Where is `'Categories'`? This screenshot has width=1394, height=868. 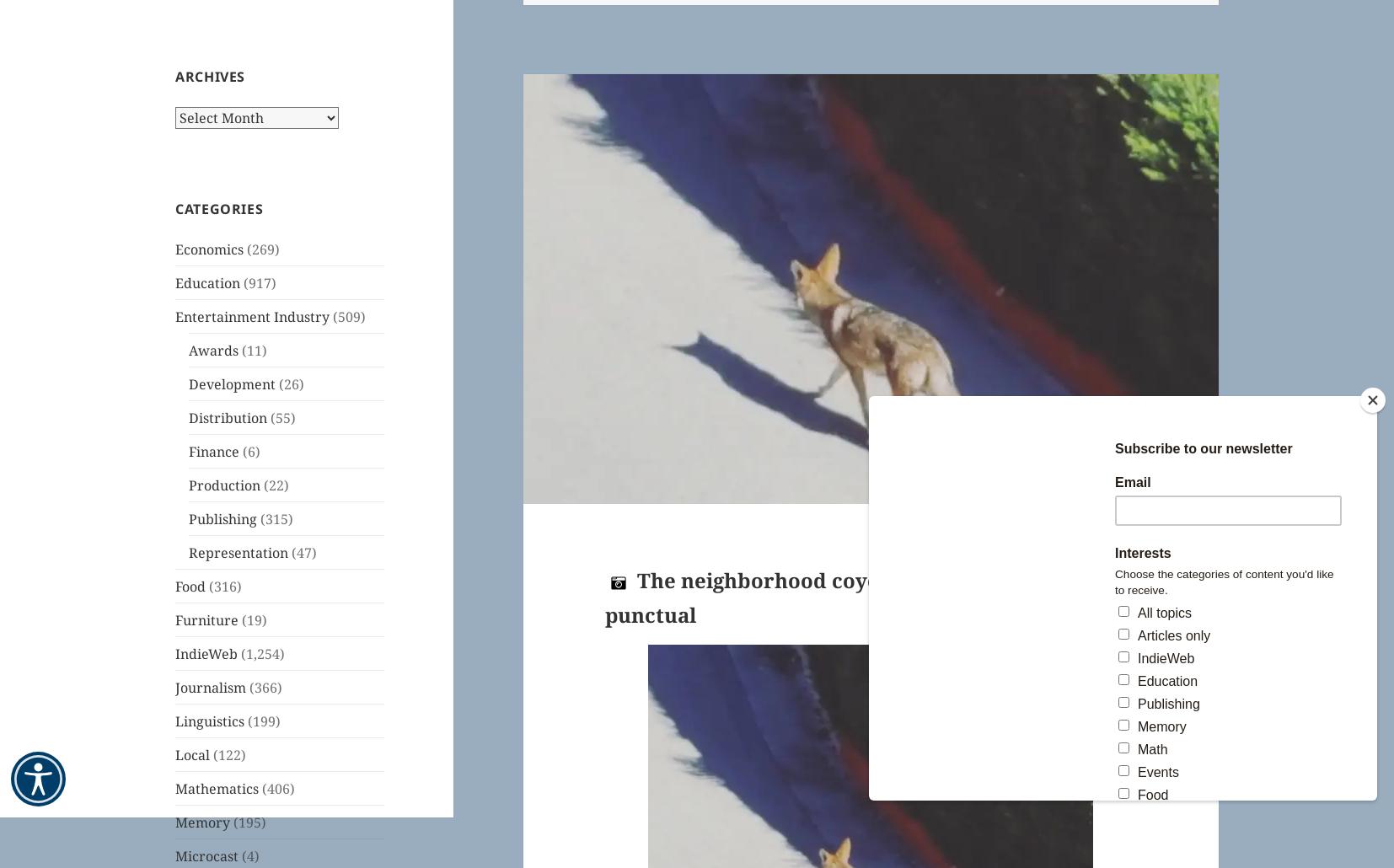 'Categories' is located at coordinates (218, 207).